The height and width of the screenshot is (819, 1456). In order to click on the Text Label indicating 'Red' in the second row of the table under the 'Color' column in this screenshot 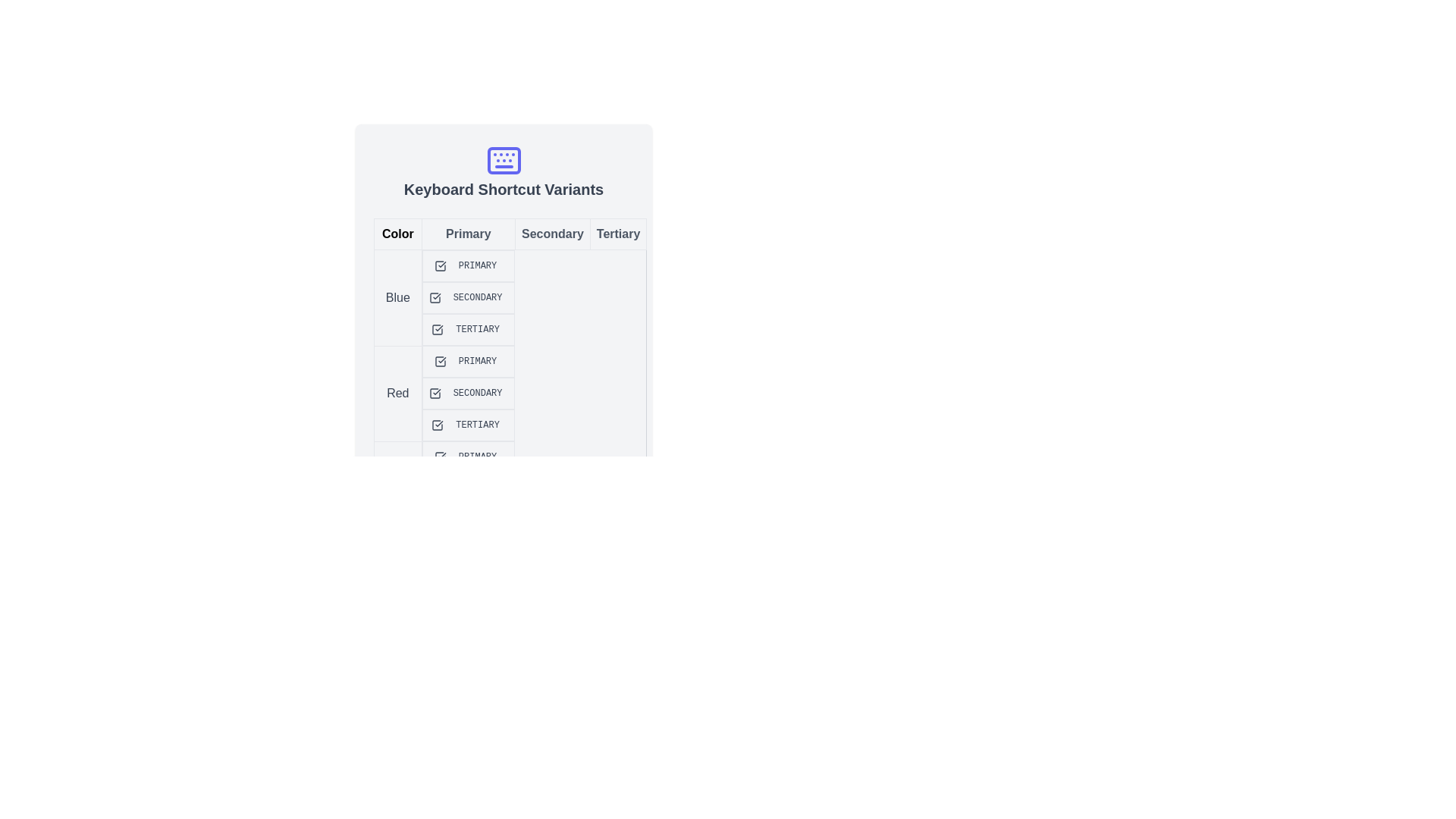, I will do `click(397, 392)`.